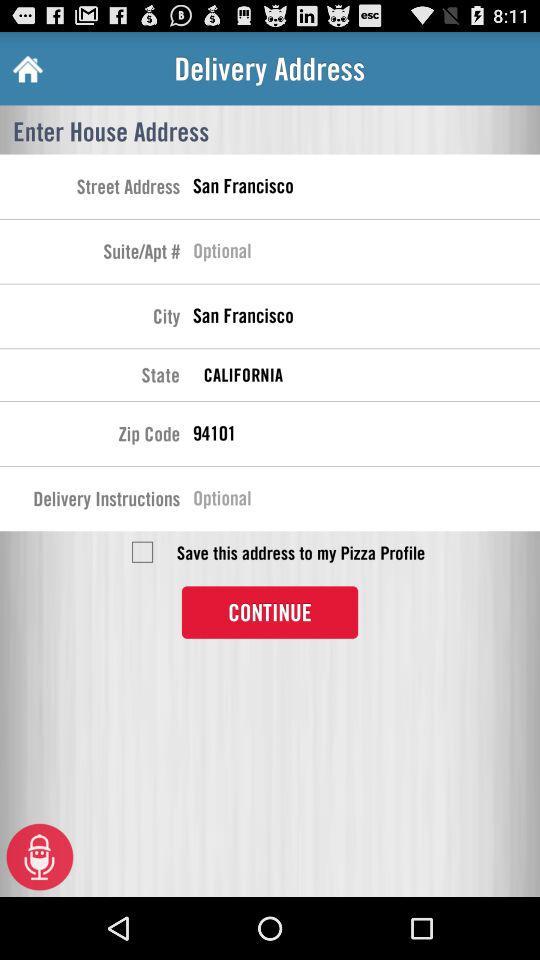  I want to click on instructions for delivery, so click(365, 500).